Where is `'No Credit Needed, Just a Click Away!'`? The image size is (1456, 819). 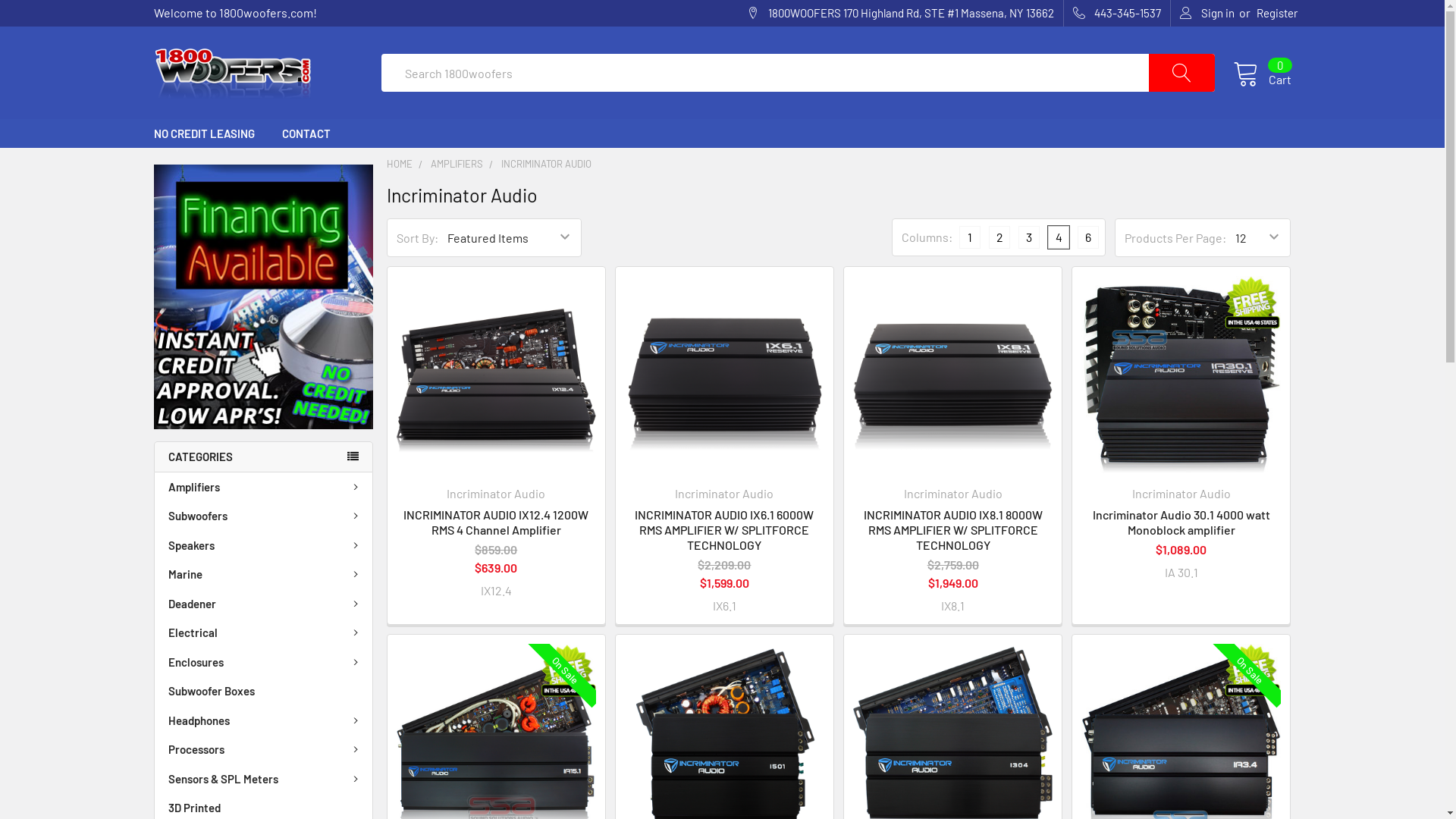 'No Credit Needed, Just a Click Away!' is located at coordinates (152, 297).